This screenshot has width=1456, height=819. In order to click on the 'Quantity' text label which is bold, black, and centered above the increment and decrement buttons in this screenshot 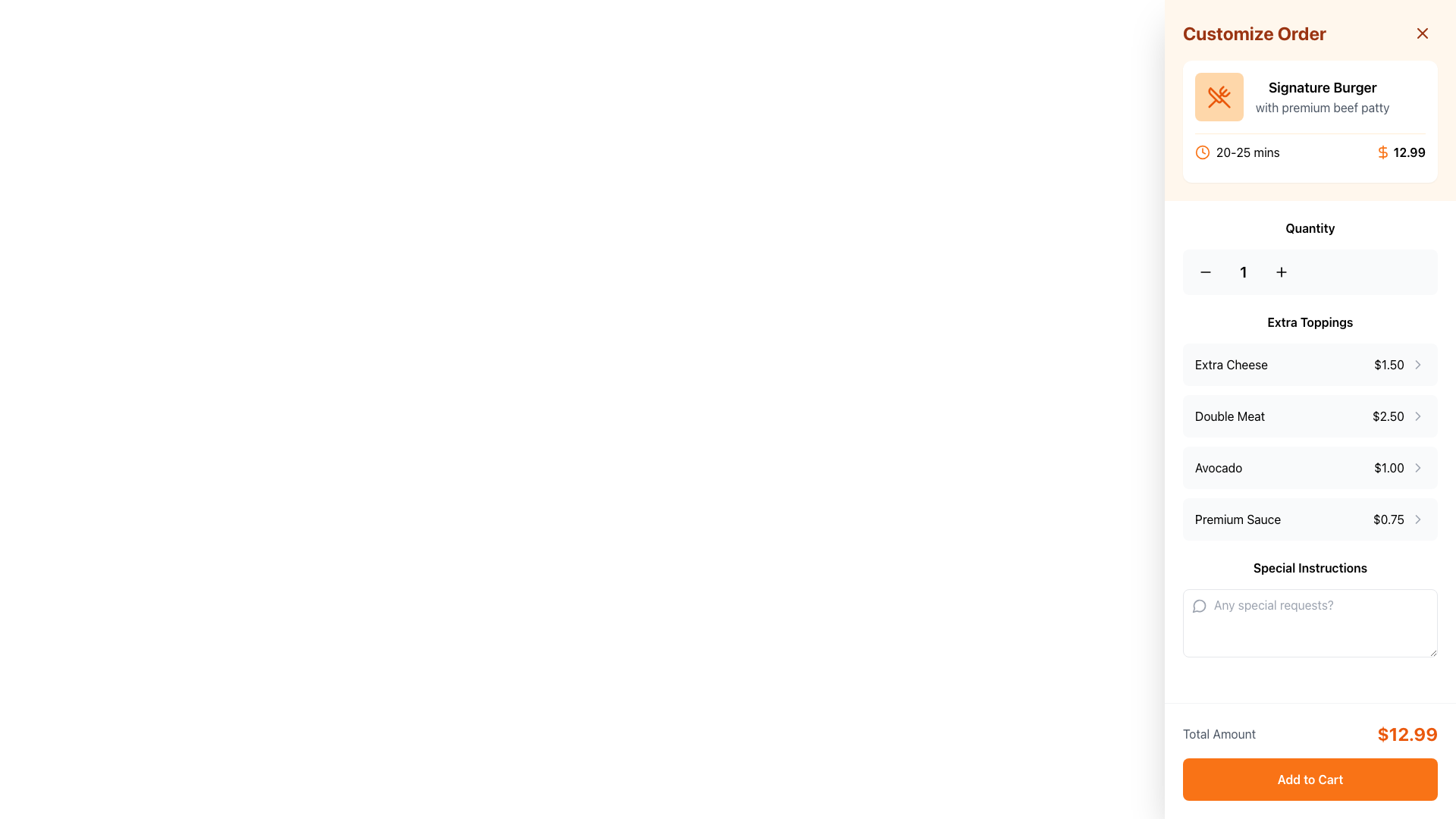, I will do `click(1310, 227)`.